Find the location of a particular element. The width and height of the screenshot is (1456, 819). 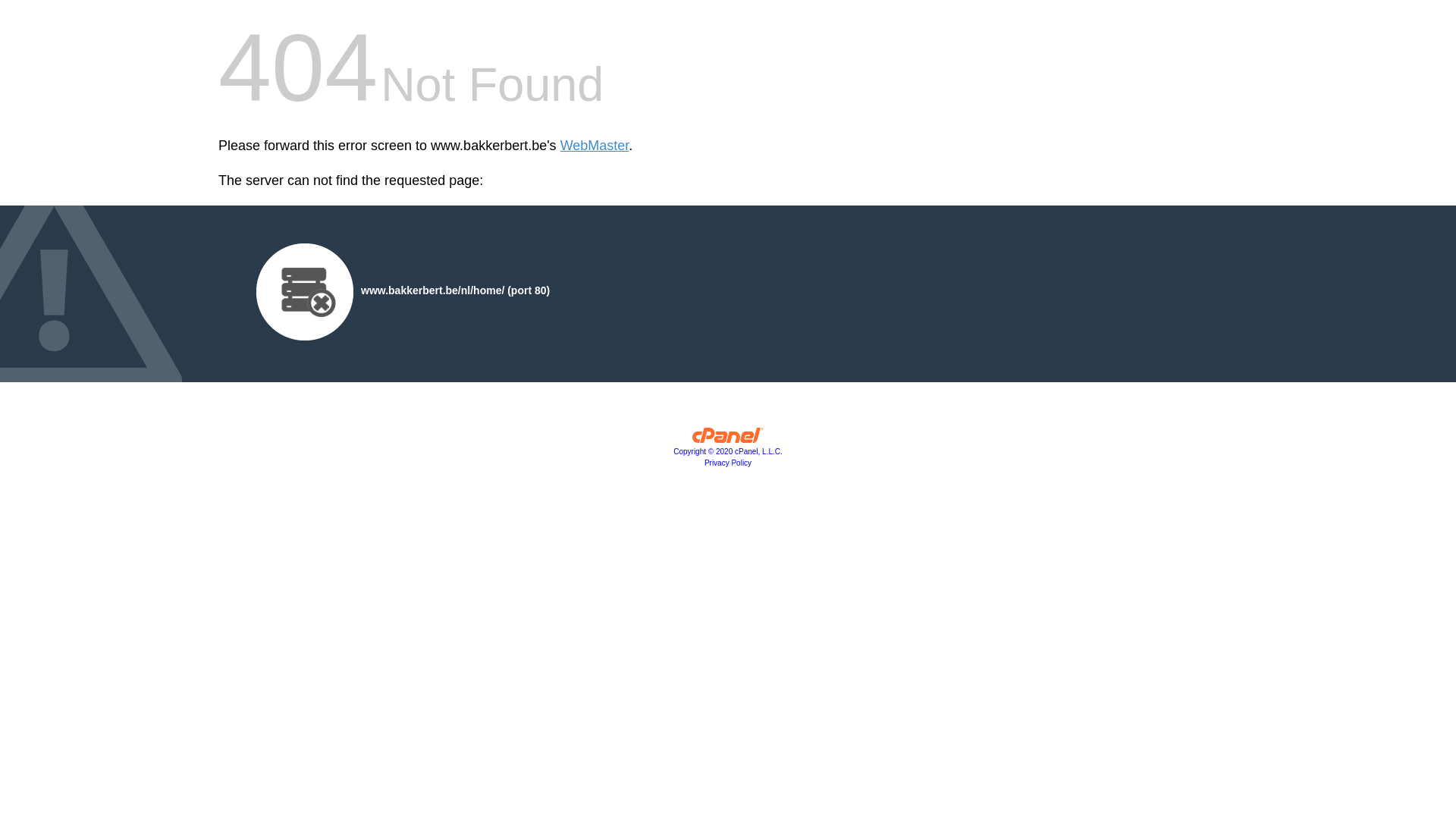

'WebMaster' is located at coordinates (594, 146).